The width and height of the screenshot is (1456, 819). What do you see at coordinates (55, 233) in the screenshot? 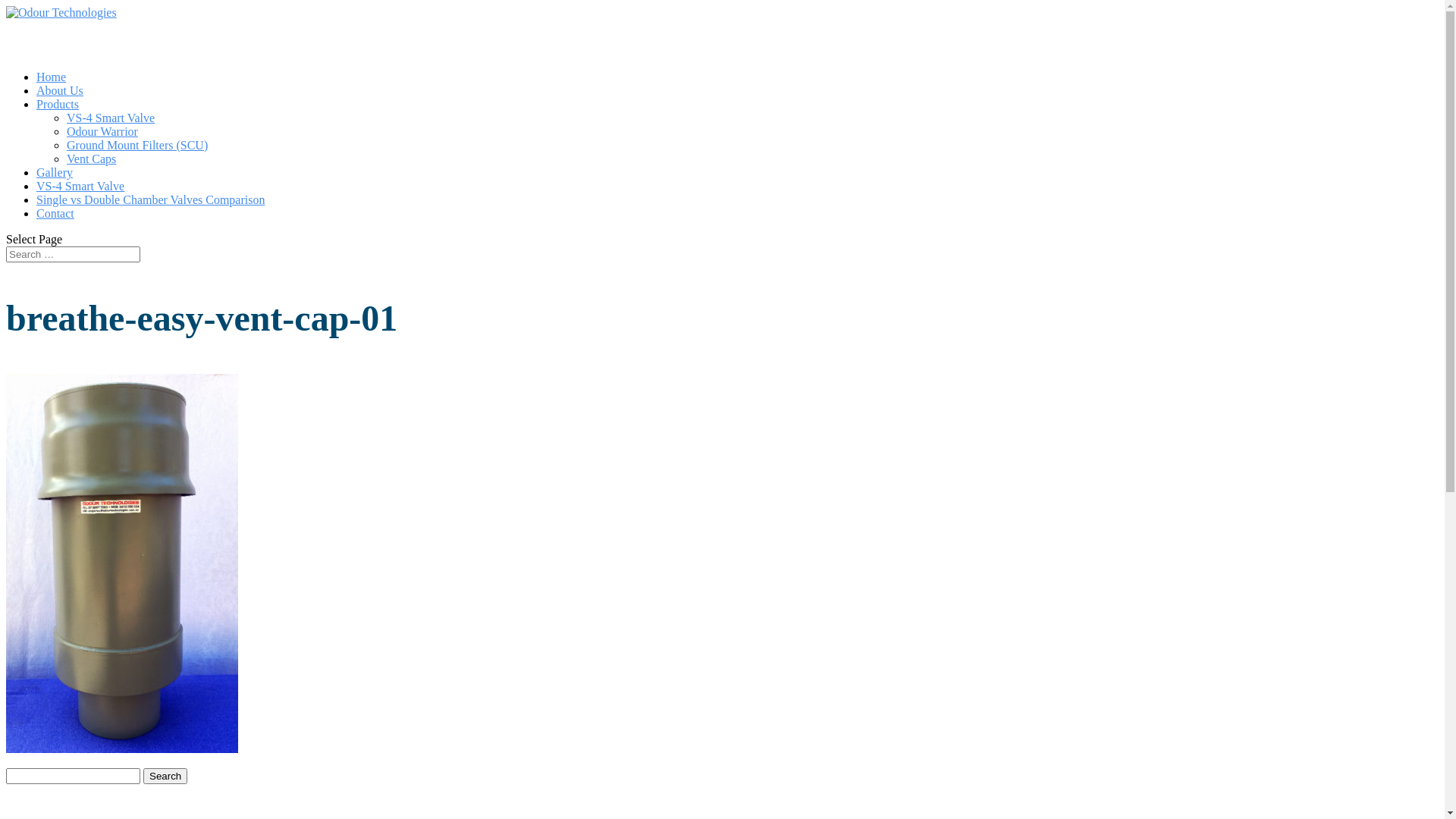
I see `'Contact'` at bounding box center [55, 233].